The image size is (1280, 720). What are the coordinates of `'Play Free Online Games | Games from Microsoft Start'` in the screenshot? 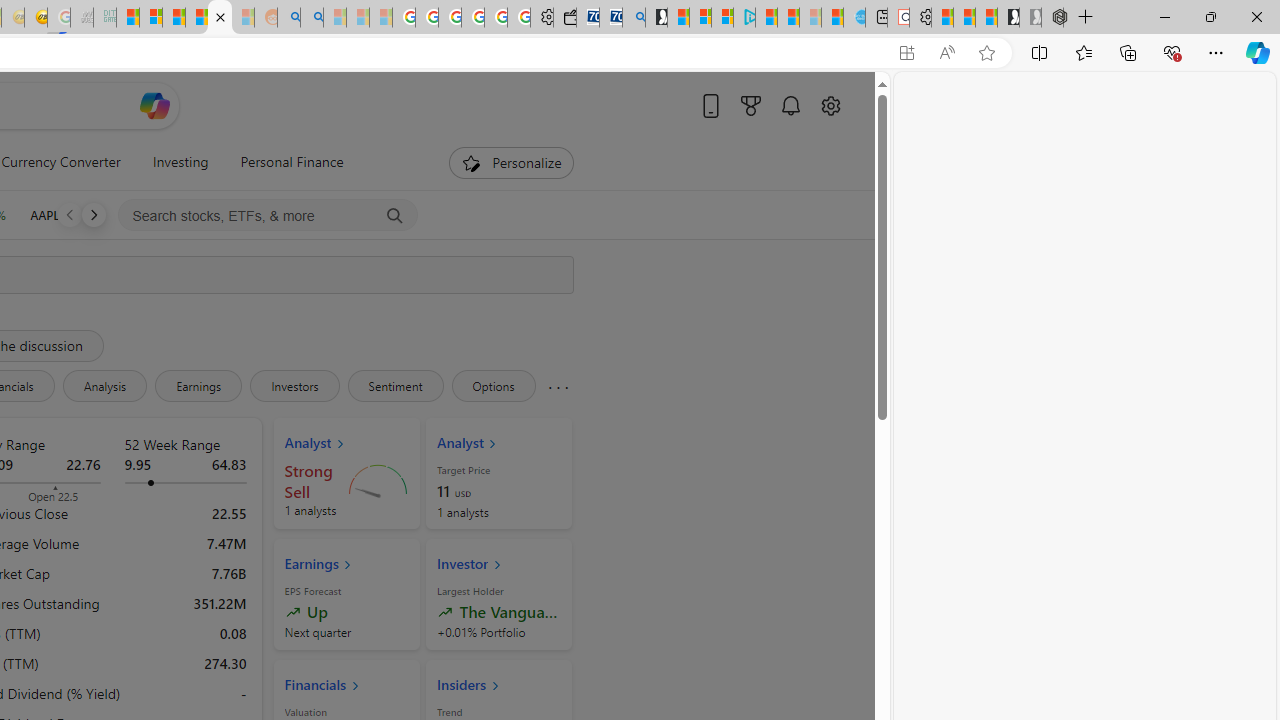 It's located at (1008, 17).